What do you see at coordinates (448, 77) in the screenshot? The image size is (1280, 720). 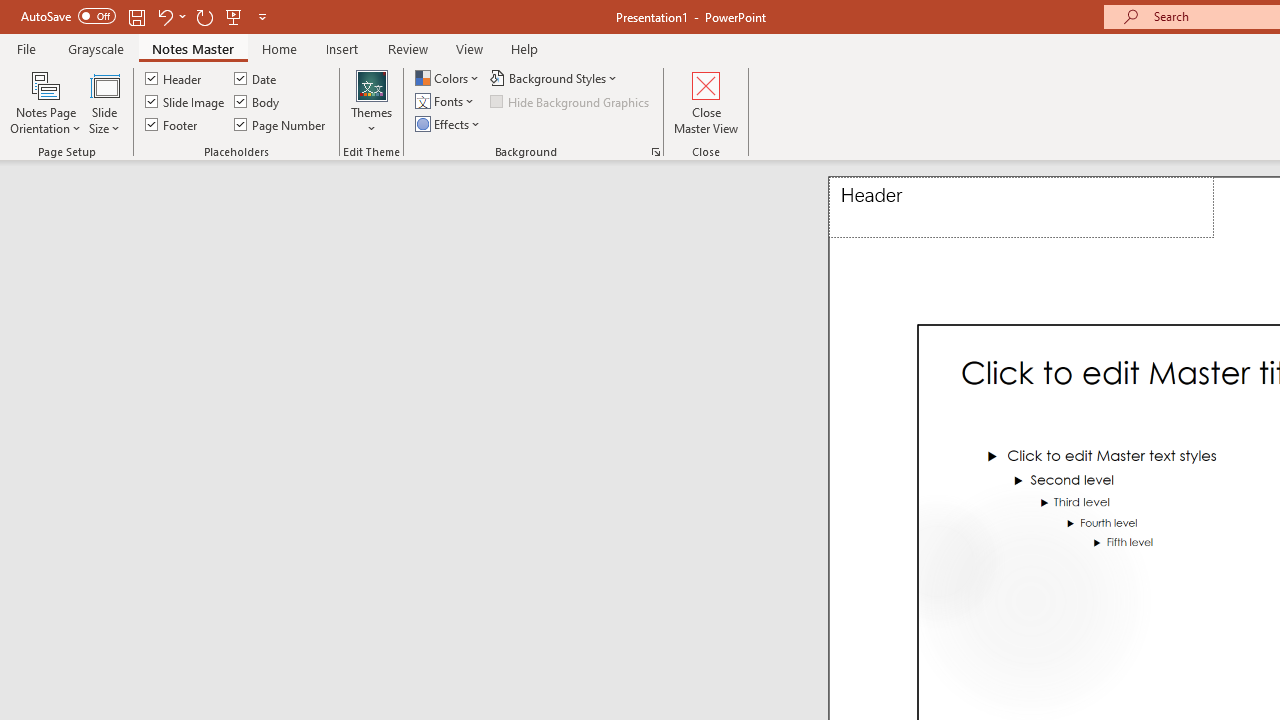 I see `'Colors'` at bounding box center [448, 77].